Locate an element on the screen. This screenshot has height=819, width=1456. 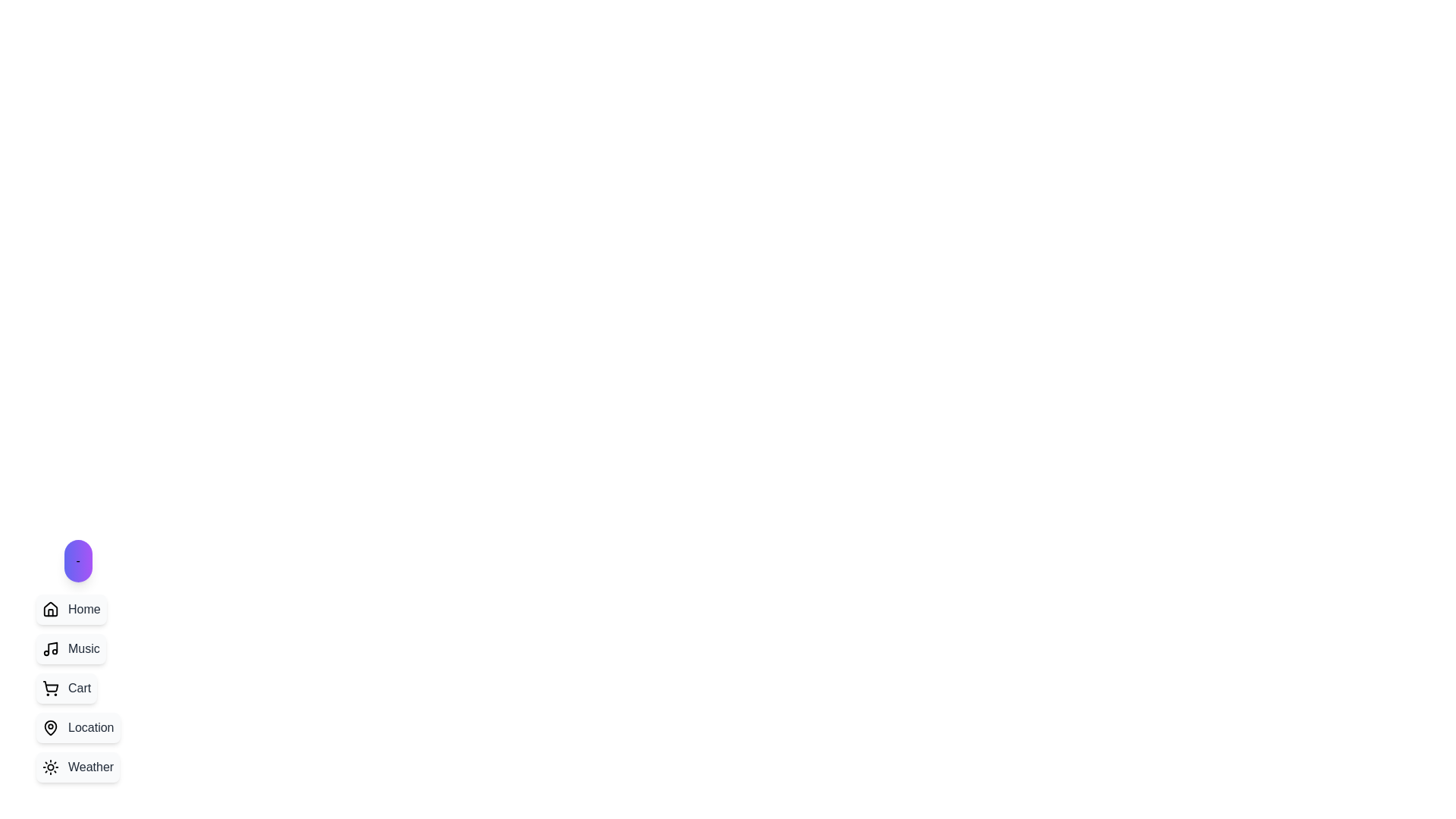
the shopping cart button located in the sidebar menu, which is the third button in a vertical list, to change its background color is located at coordinates (66, 688).